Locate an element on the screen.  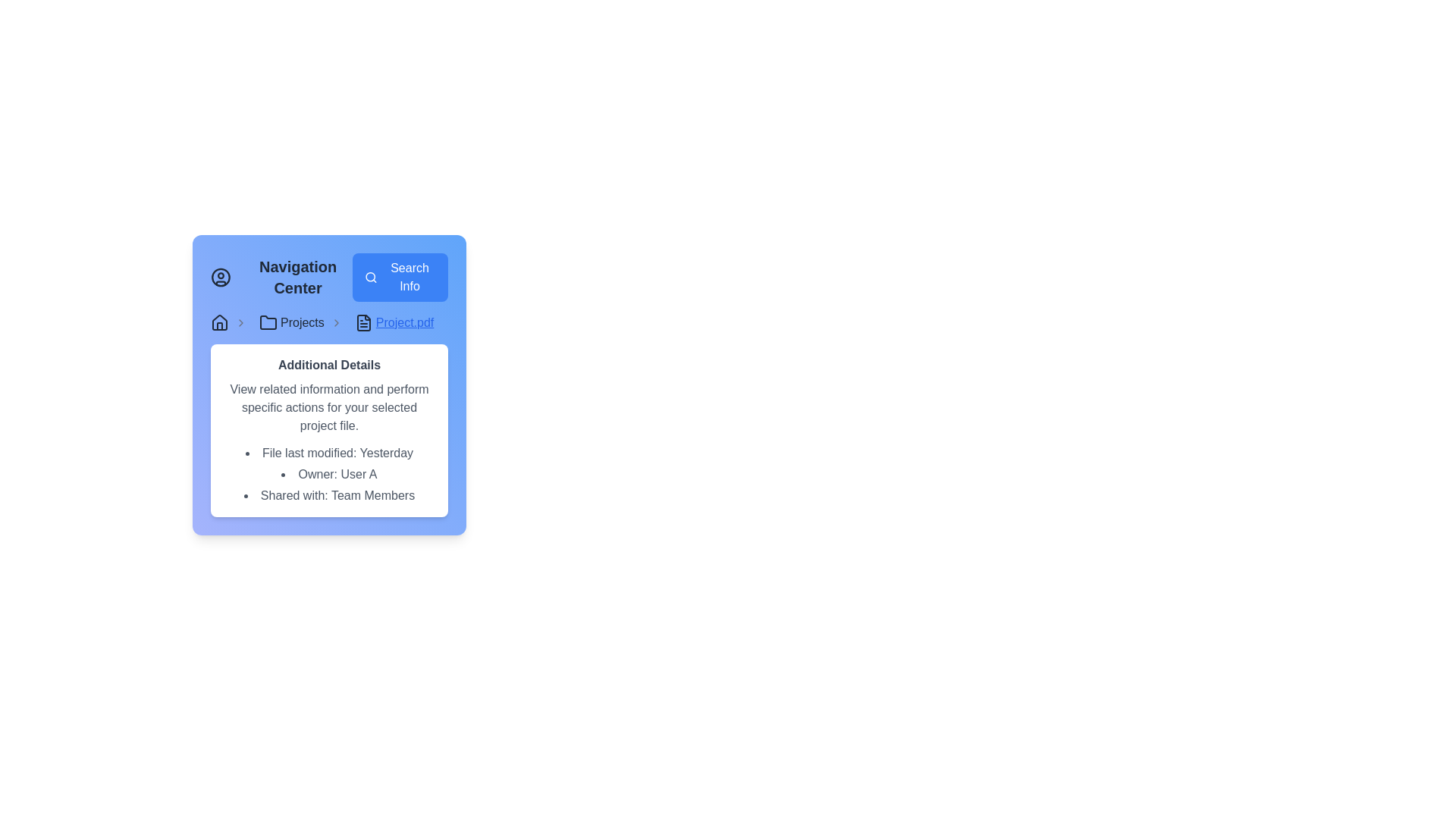
the 'Projects' breadcrumb navigation item, which consists of a text label and a folder icon is located at coordinates (303, 322).